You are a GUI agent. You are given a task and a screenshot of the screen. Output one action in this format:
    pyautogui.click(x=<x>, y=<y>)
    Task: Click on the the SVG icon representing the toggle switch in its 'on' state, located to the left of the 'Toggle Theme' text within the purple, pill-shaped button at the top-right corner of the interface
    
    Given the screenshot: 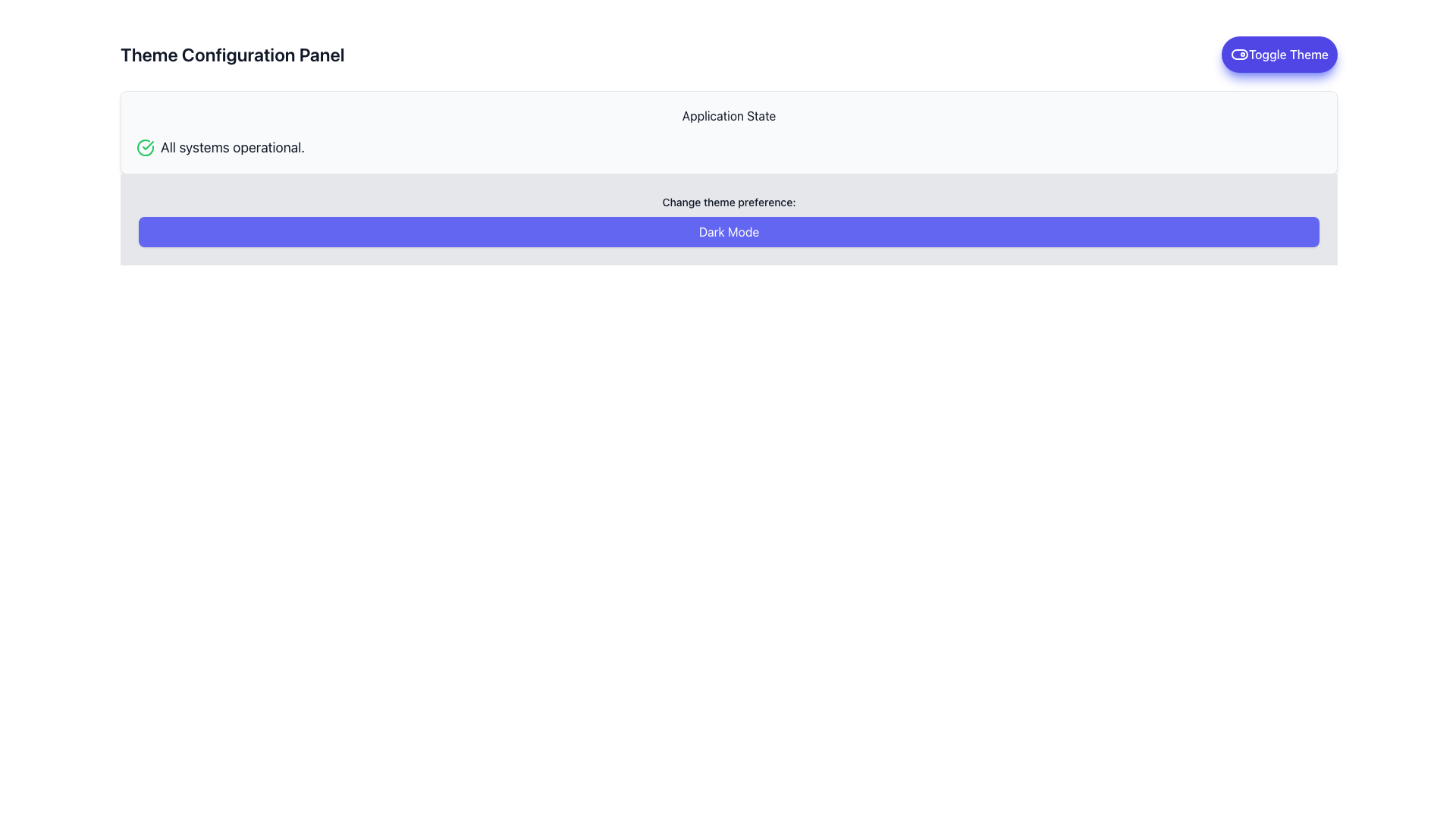 What is the action you would take?
    pyautogui.click(x=1239, y=54)
    